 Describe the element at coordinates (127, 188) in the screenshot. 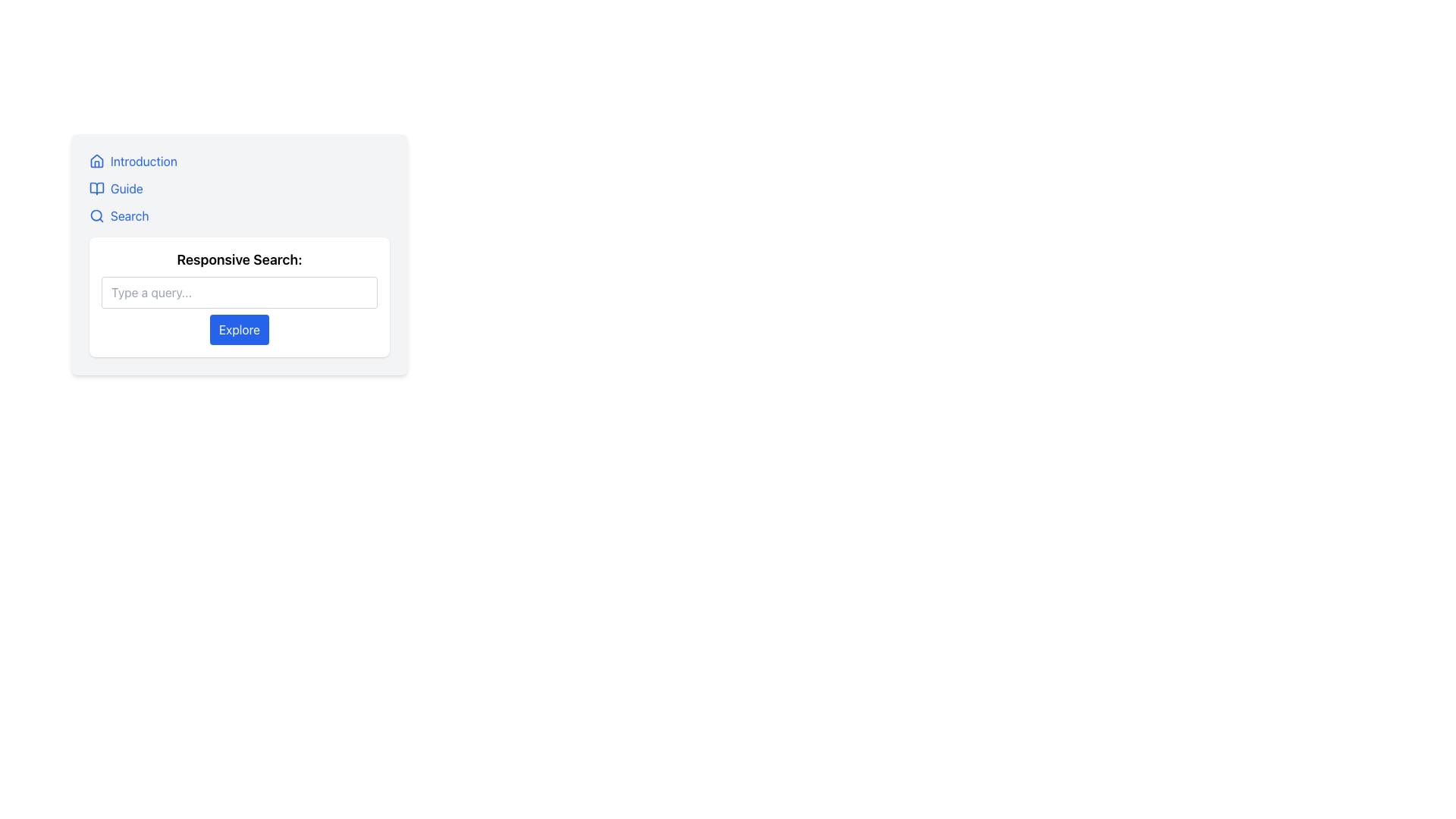

I see `the 'Guide' text link, which is styled in blue and positioned next to an open book icon` at that location.